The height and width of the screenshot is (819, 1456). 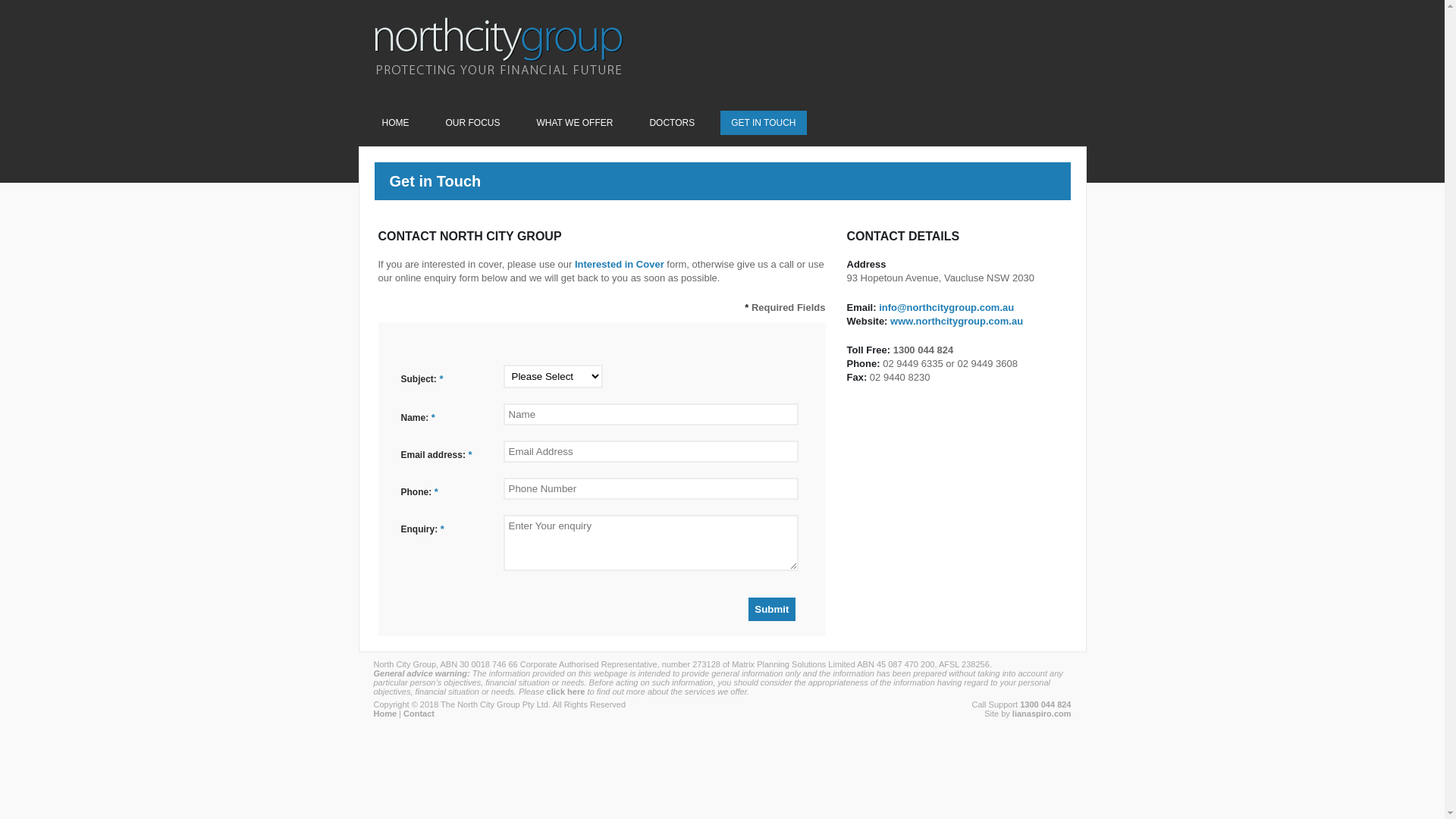 I want to click on 'Interested in Cover', so click(x=619, y=263).